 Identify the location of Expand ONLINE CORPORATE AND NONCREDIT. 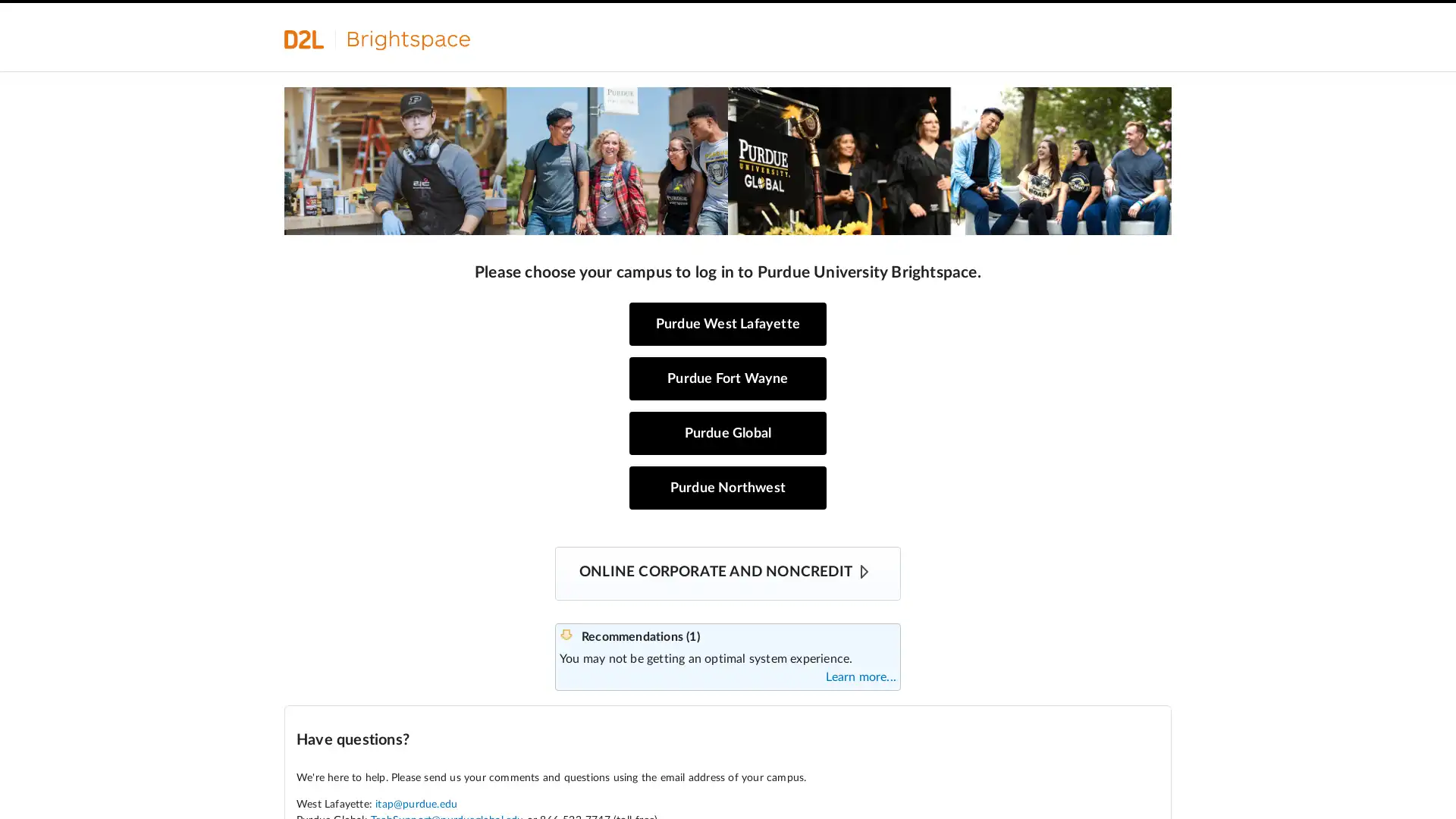
(864, 571).